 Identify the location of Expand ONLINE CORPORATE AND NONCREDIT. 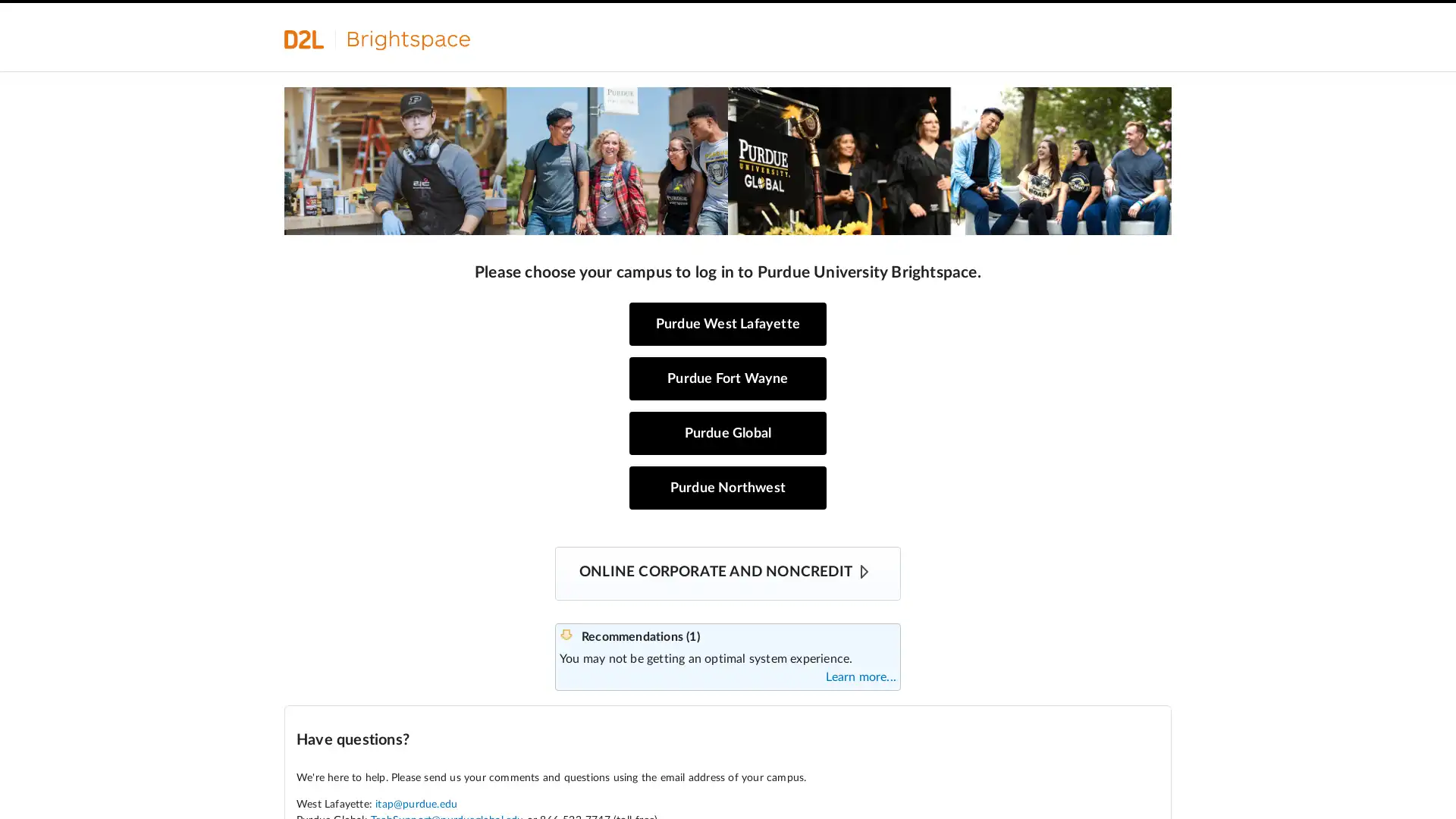
(864, 571).